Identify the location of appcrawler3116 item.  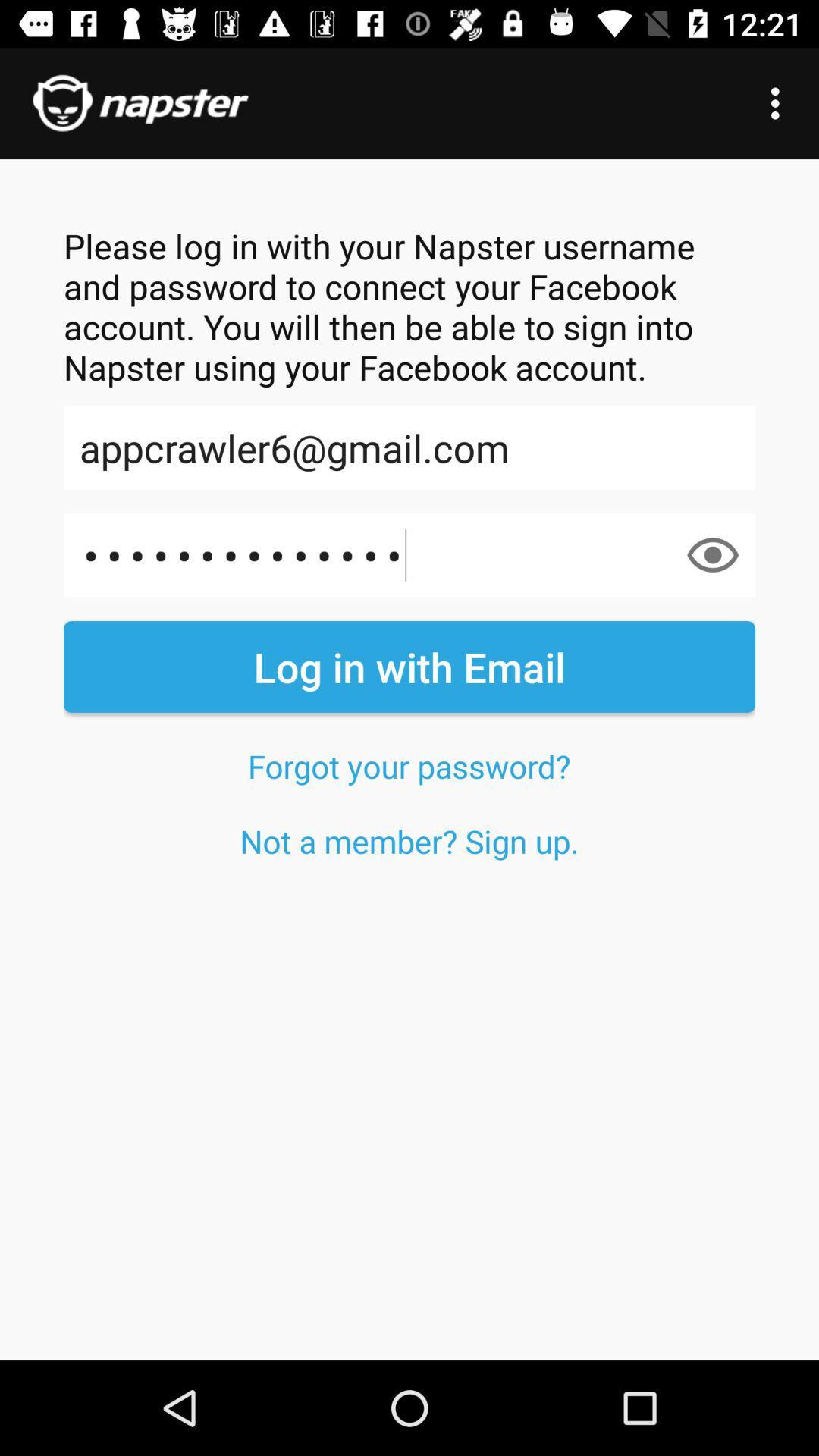
(409, 554).